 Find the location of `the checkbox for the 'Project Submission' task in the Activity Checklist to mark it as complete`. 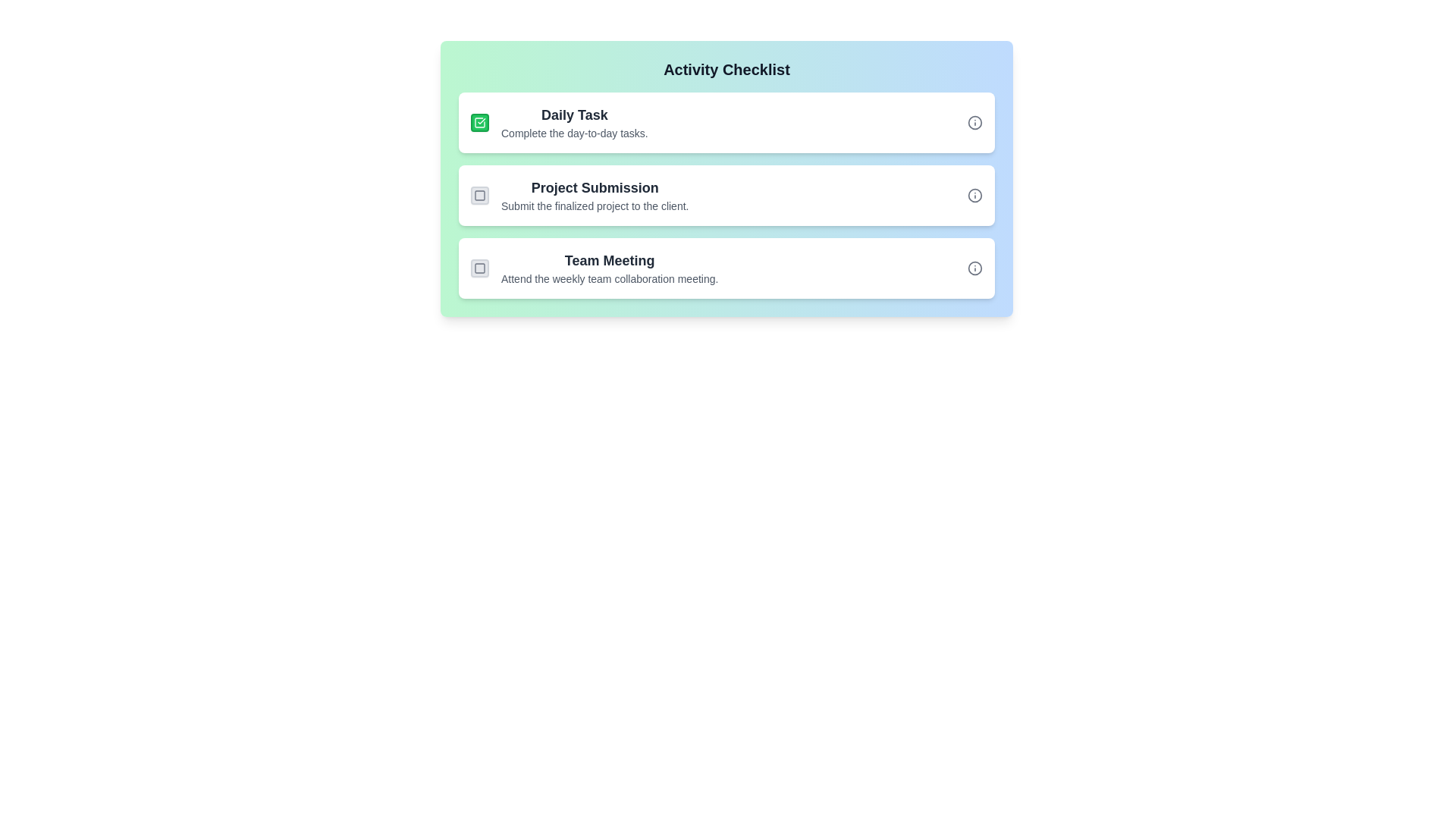

the checkbox for the 'Project Submission' task in the Activity Checklist to mark it as complete is located at coordinates (726, 177).